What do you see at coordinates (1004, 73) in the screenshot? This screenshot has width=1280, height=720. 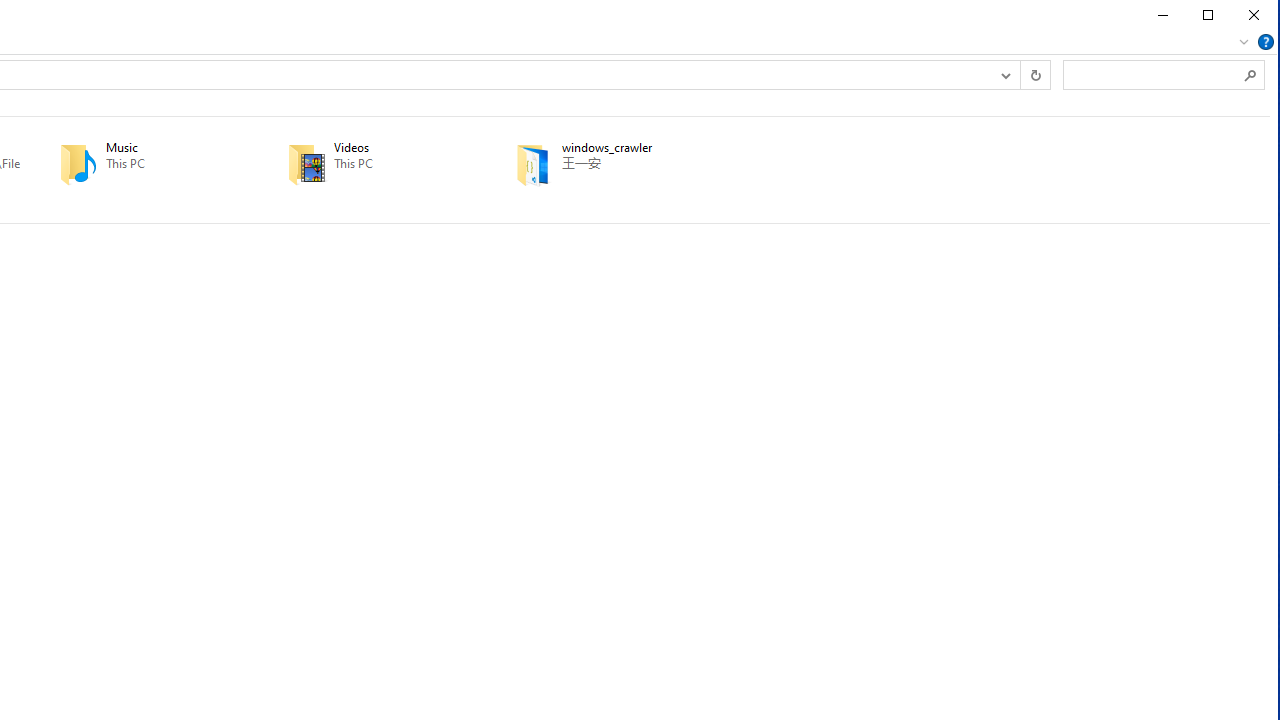 I see `'Previous Locations'` at bounding box center [1004, 73].